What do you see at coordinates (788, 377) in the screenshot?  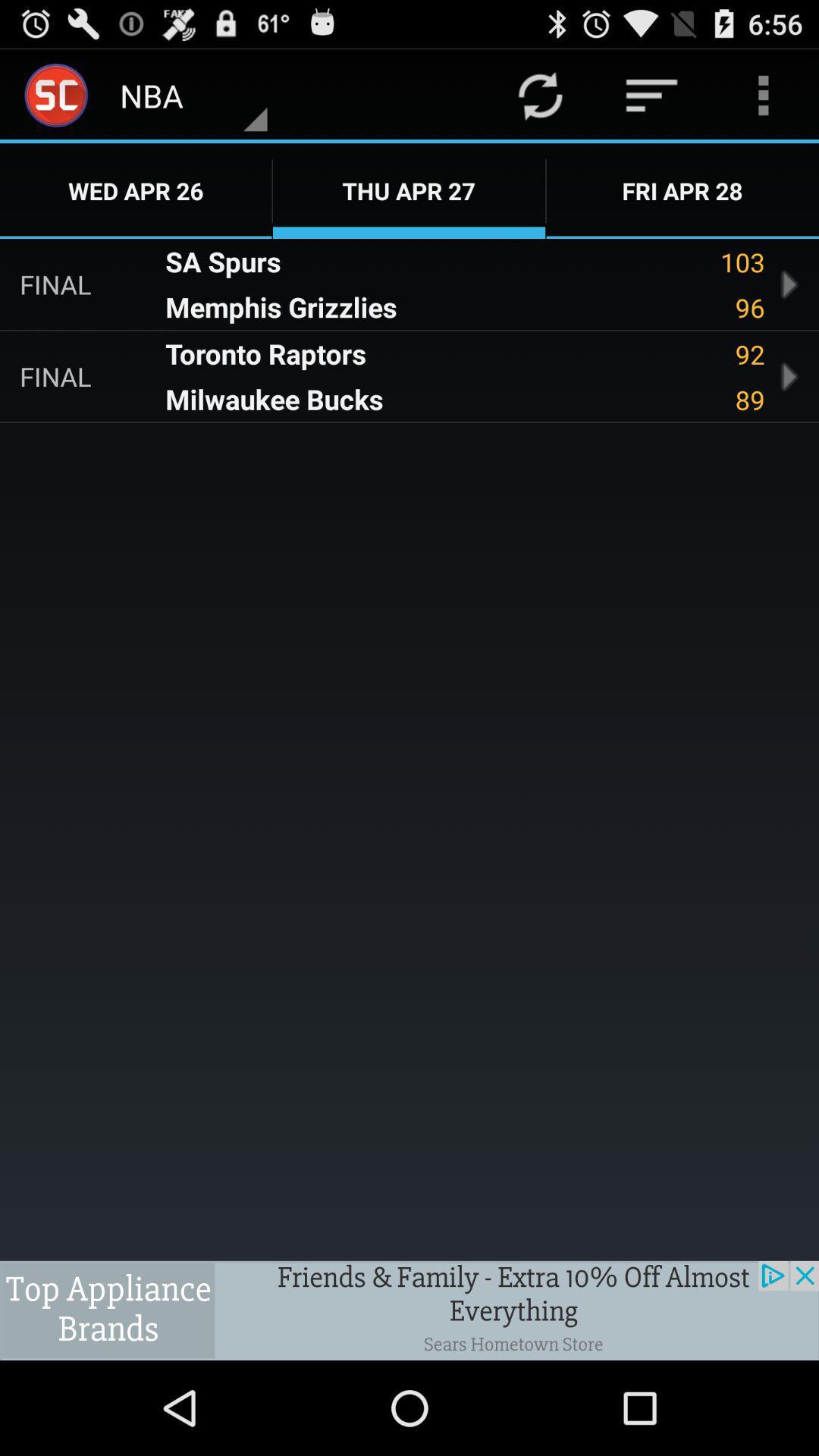 I see `the right scroll bar in the bottom` at bounding box center [788, 377].